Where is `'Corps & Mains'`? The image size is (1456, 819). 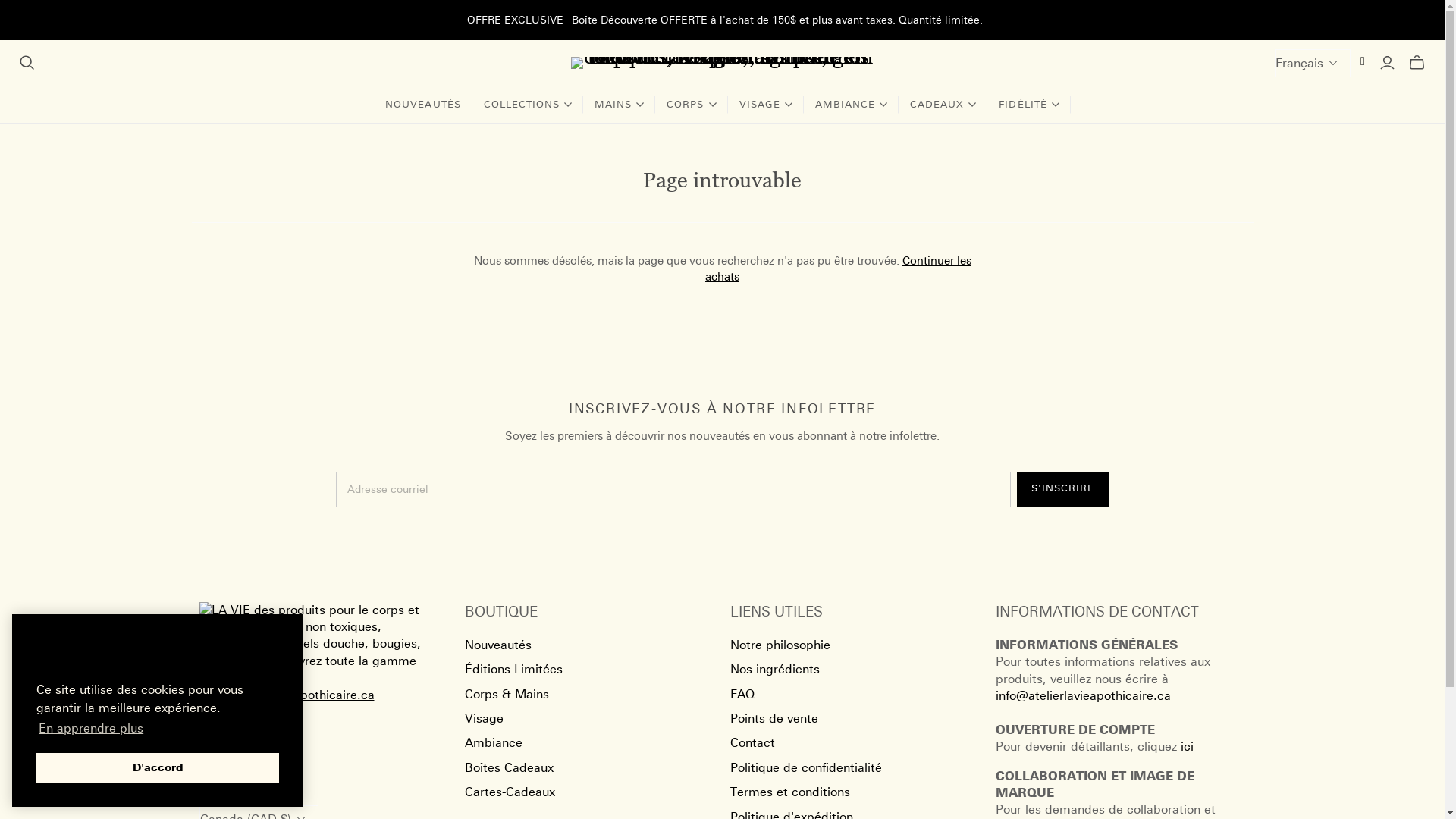
'Corps & Mains' is located at coordinates (463, 694).